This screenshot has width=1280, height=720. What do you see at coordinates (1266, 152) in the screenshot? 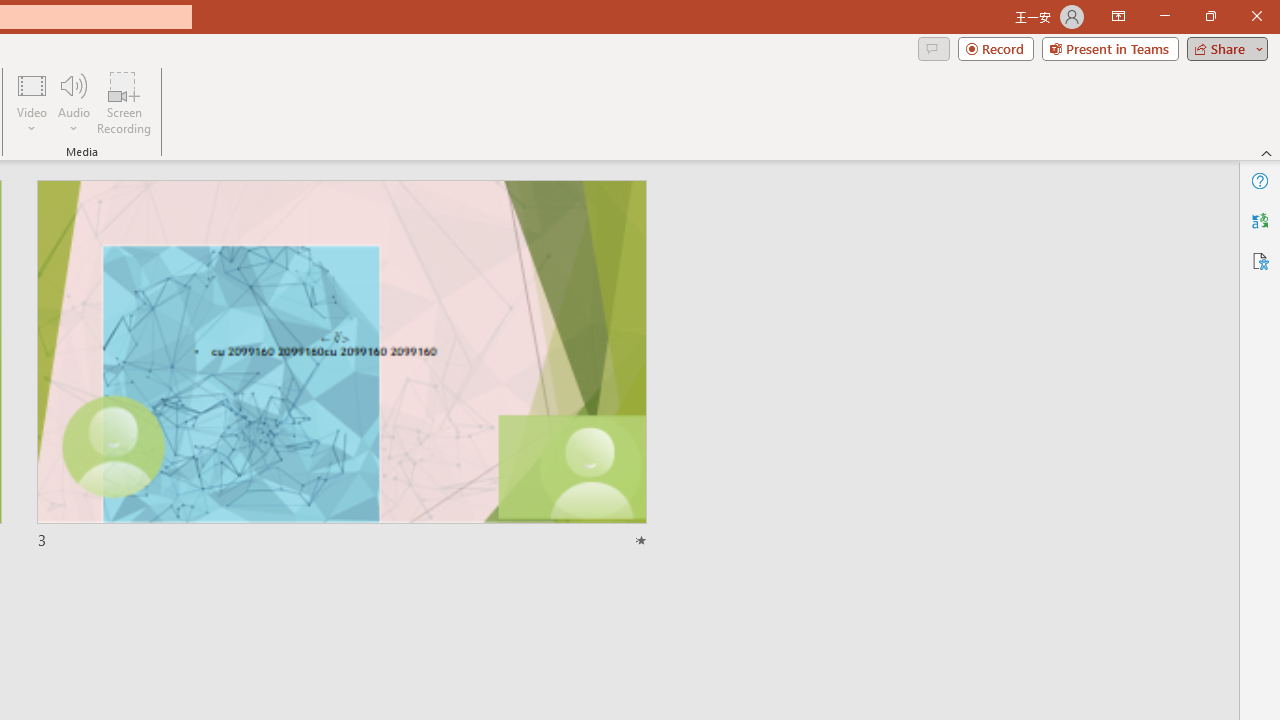
I see `'Collapse the Ribbon'` at bounding box center [1266, 152].